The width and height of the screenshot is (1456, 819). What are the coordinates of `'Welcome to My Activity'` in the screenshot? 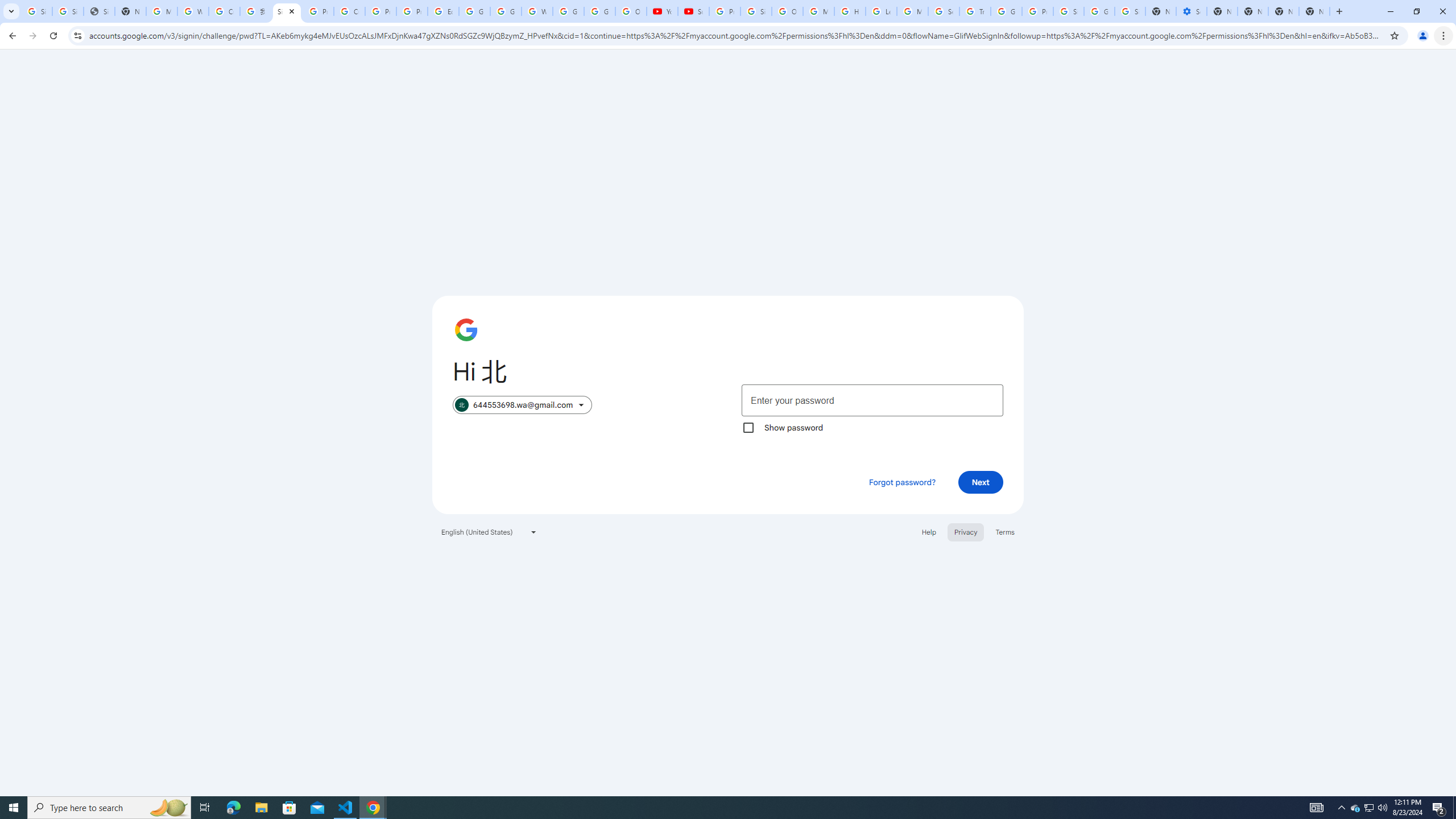 It's located at (536, 11).